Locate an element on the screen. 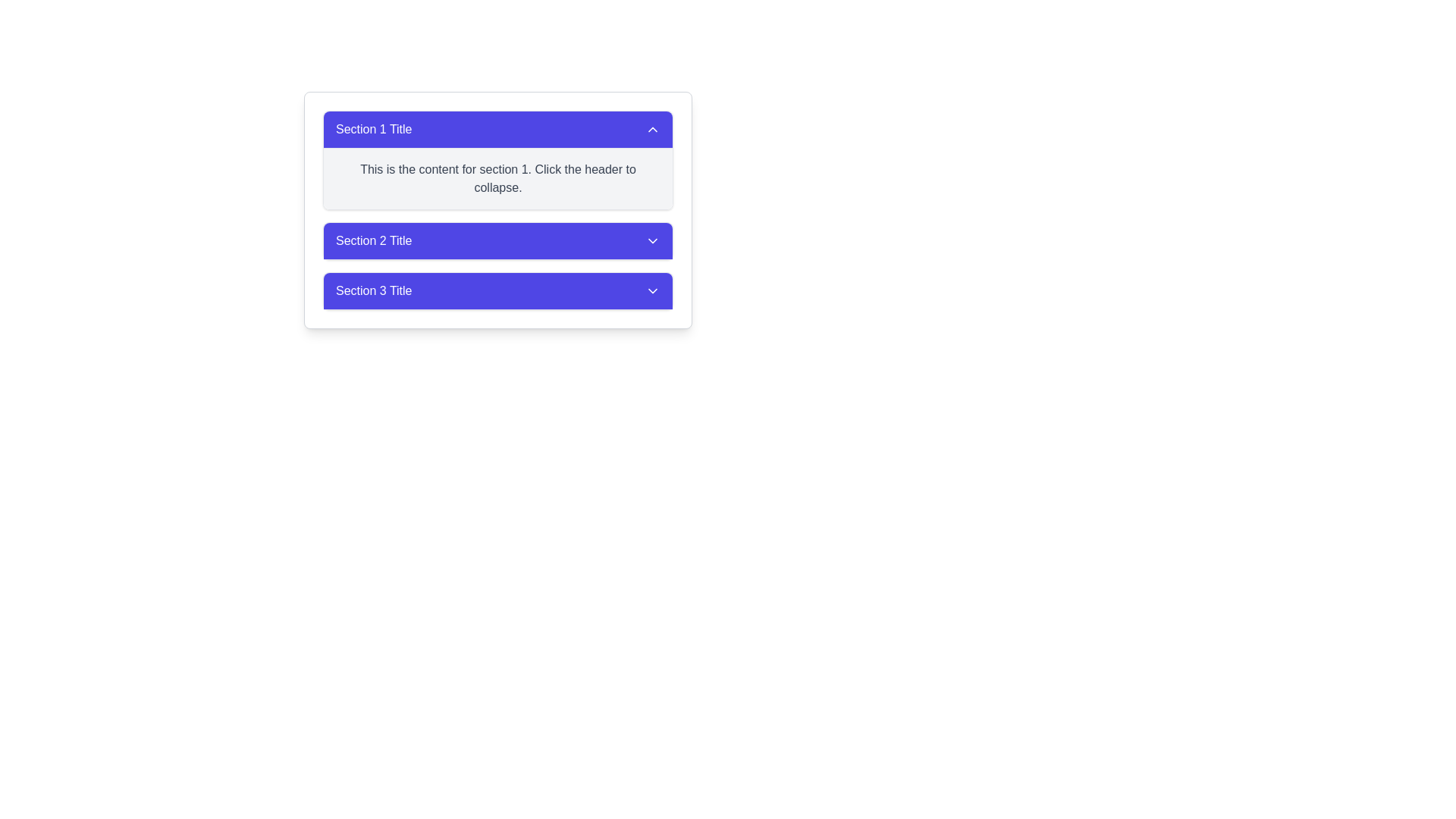  the button designed for toggling visibility of content sections is located at coordinates (498, 291).